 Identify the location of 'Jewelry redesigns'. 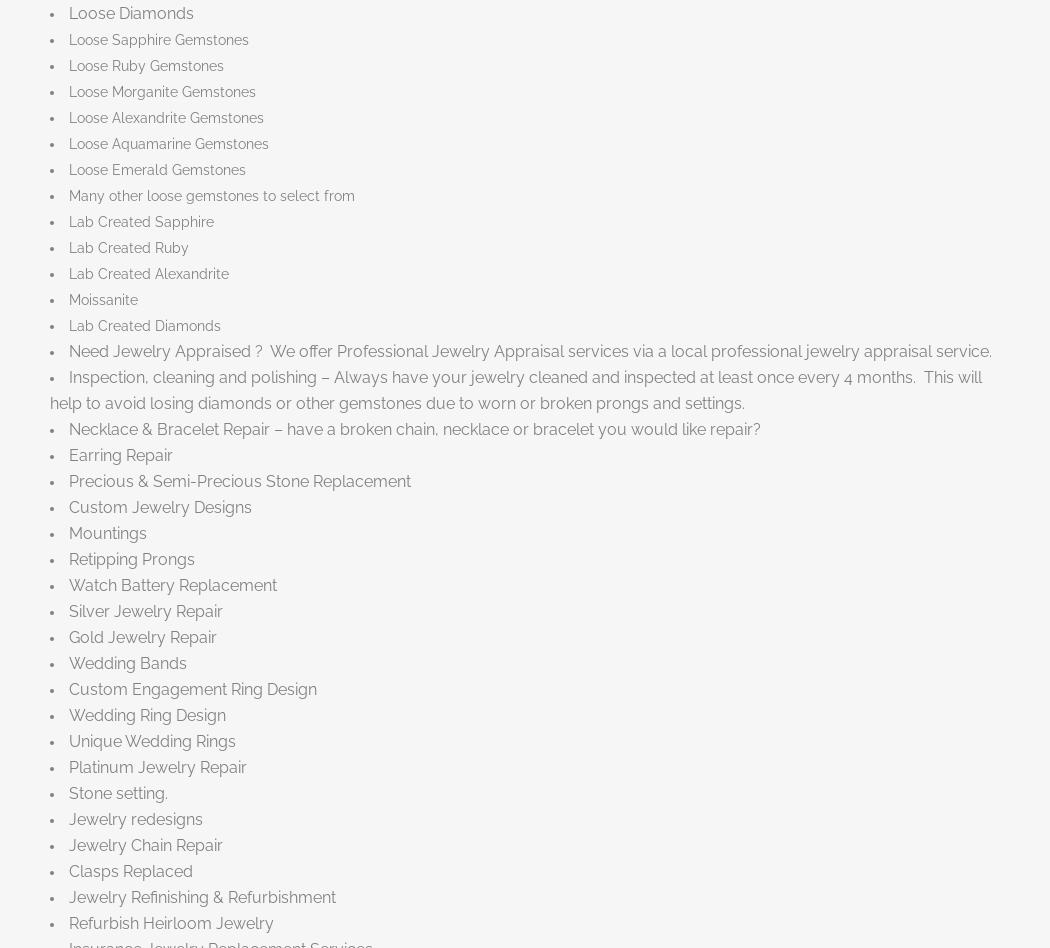
(134, 818).